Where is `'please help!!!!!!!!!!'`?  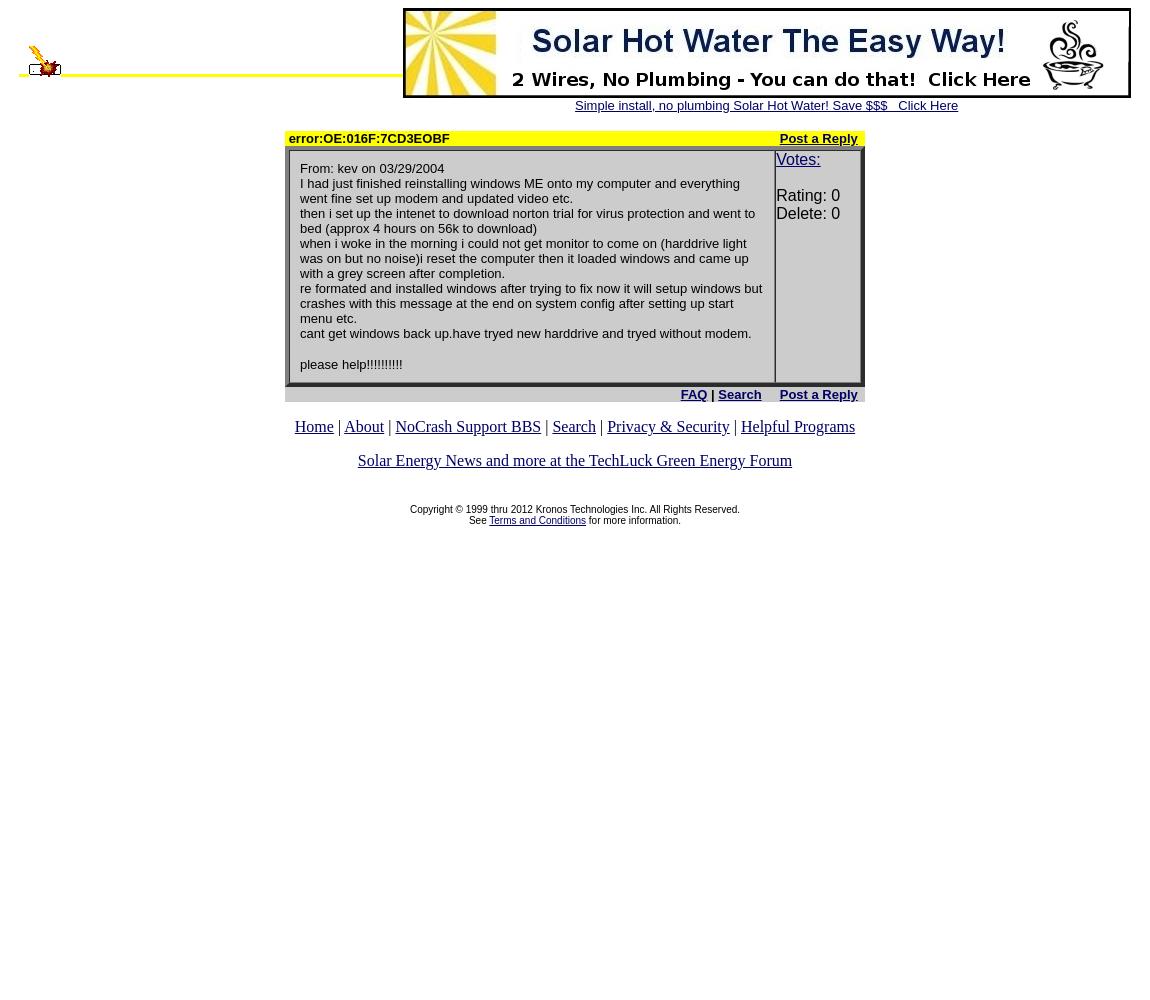
'please help!!!!!!!!!!' is located at coordinates (300, 363).